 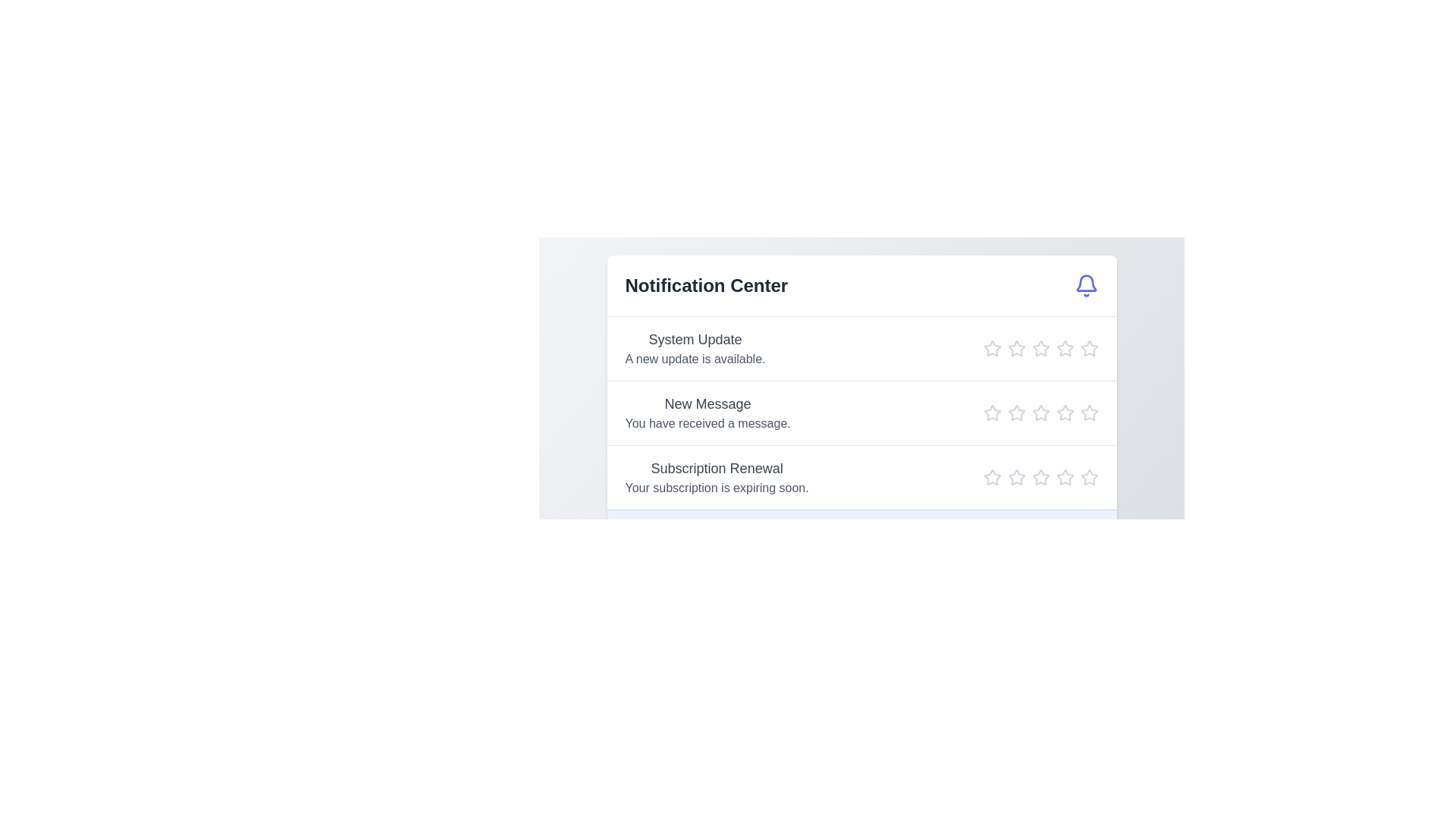 What do you see at coordinates (1040, 476) in the screenshot?
I see `the star icon to set the rating to 3 for the notification titled 'Subscription Renewal'` at bounding box center [1040, 476].